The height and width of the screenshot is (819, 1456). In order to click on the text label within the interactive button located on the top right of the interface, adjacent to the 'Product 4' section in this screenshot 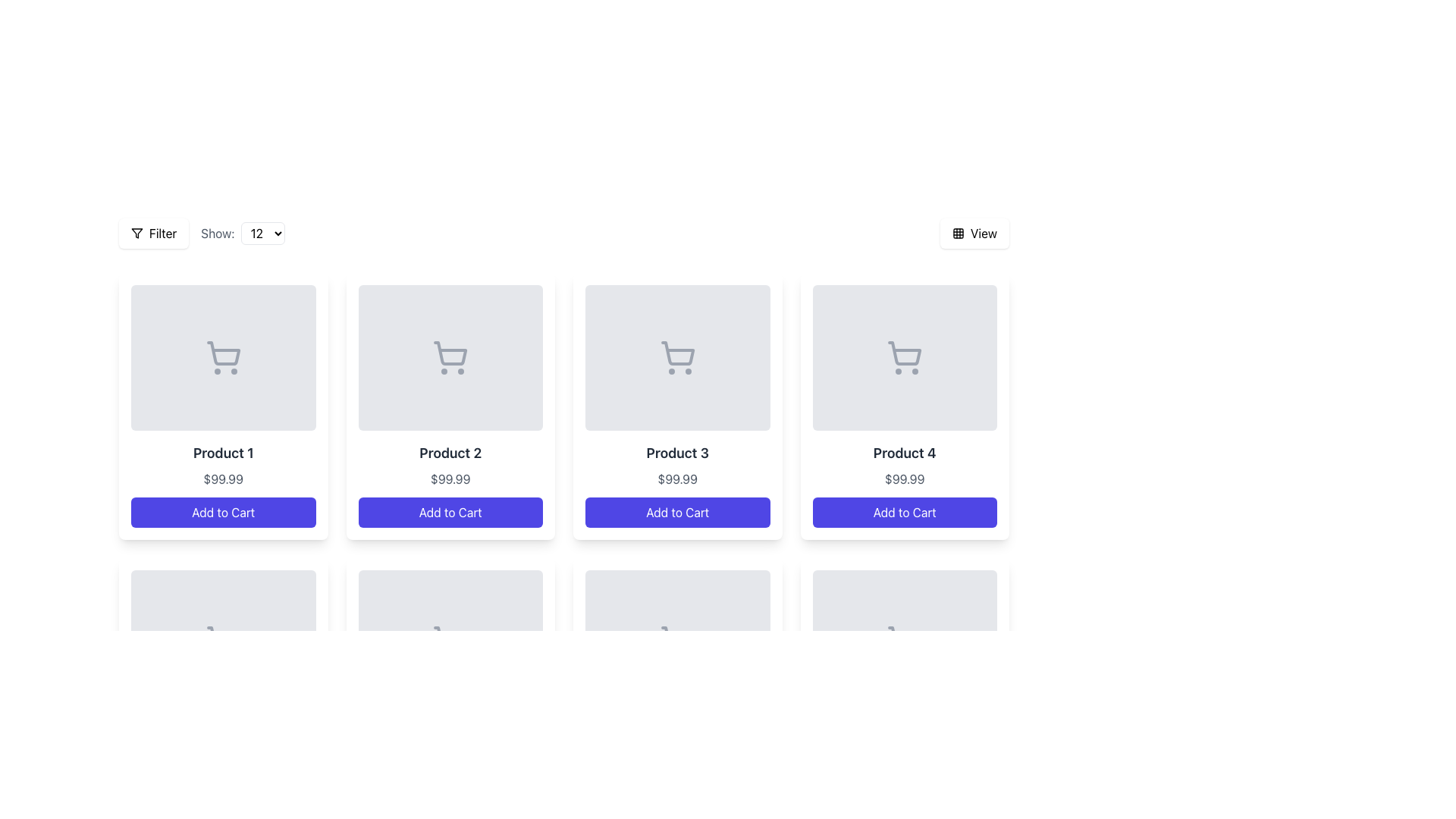, I will do `click(984, 234)`.